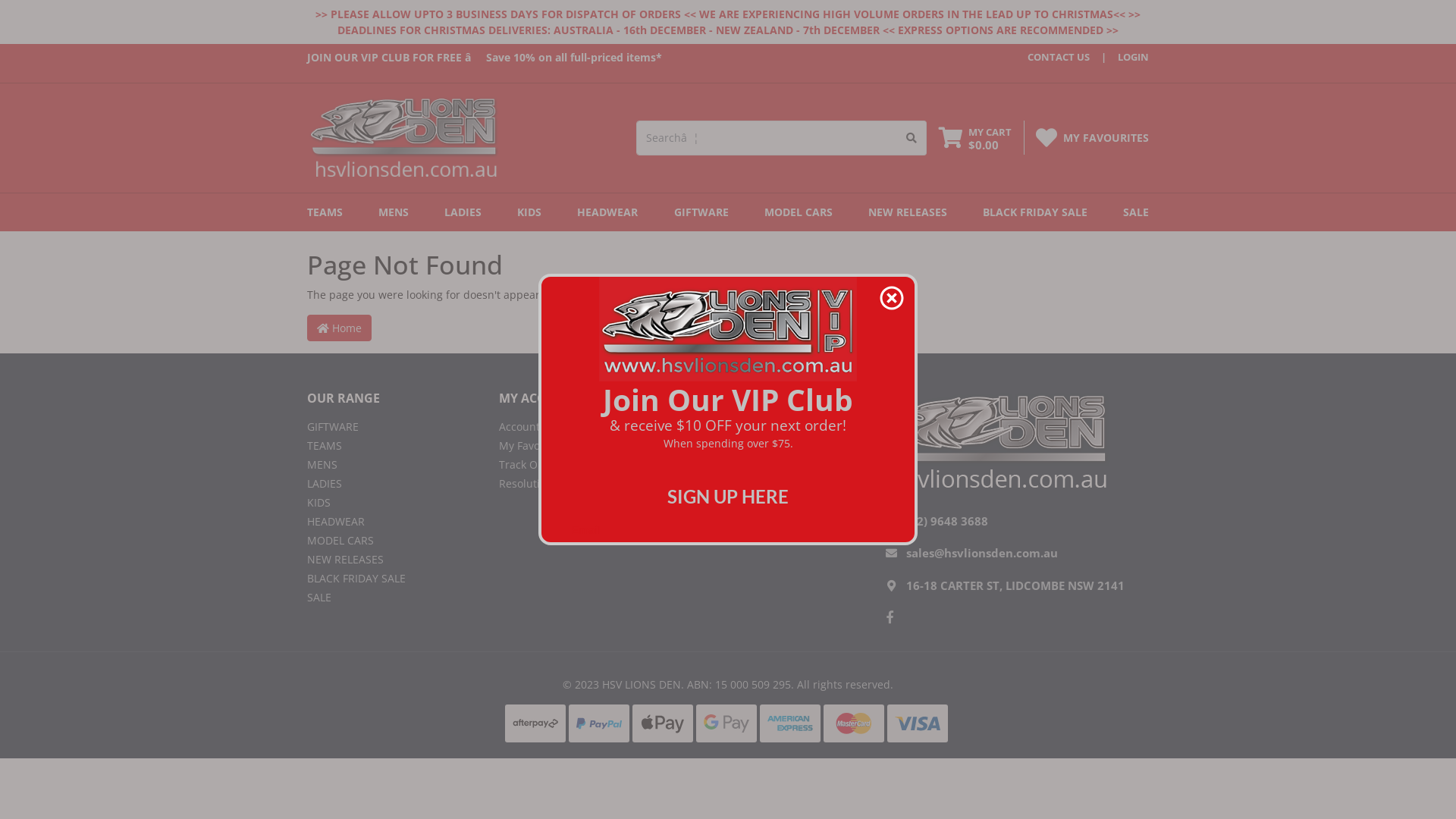 This screenshot has height=819, width=1456. I want to click on 'Facebook', so click(890, 617).